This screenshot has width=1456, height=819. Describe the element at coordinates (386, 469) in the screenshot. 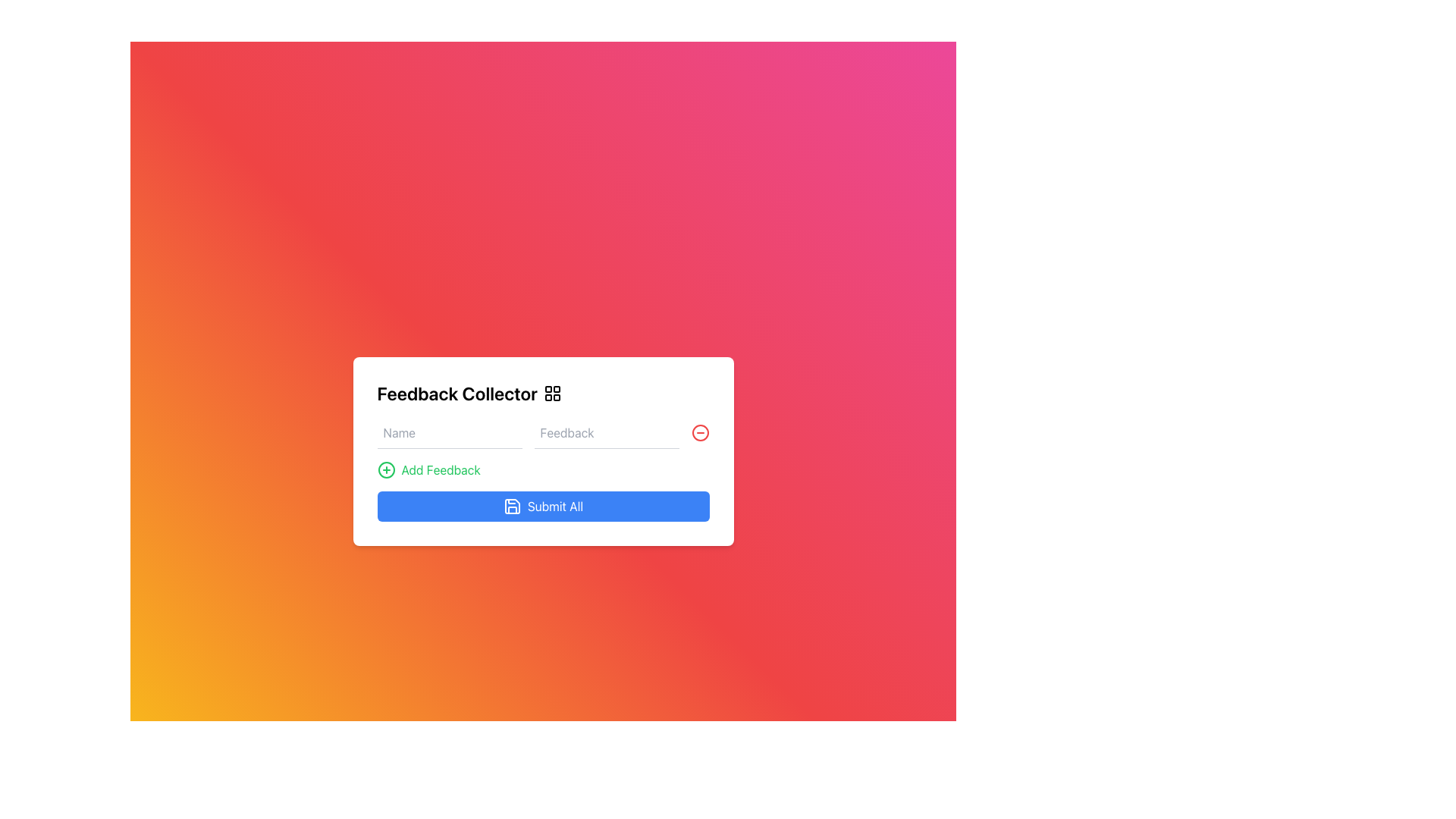

I see `the decorative or functional visual indicator associated with the 'Add Feedback' button, located to the left side of the button's text` at that location.